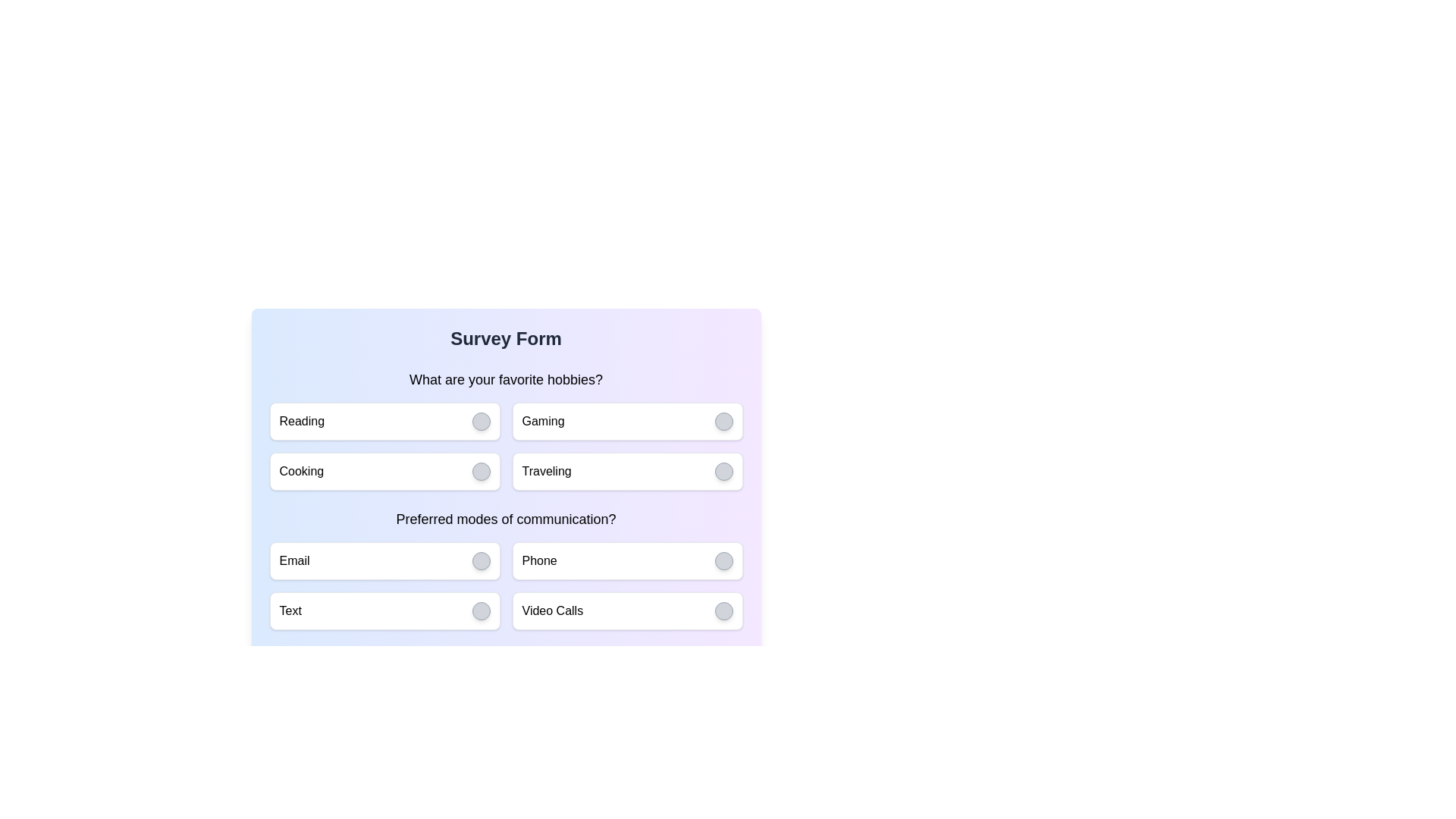  I want to click on the toggle button in the grid layout for selecting preferred modes of communication, located in the lower section of the interface, so click(506, 585).